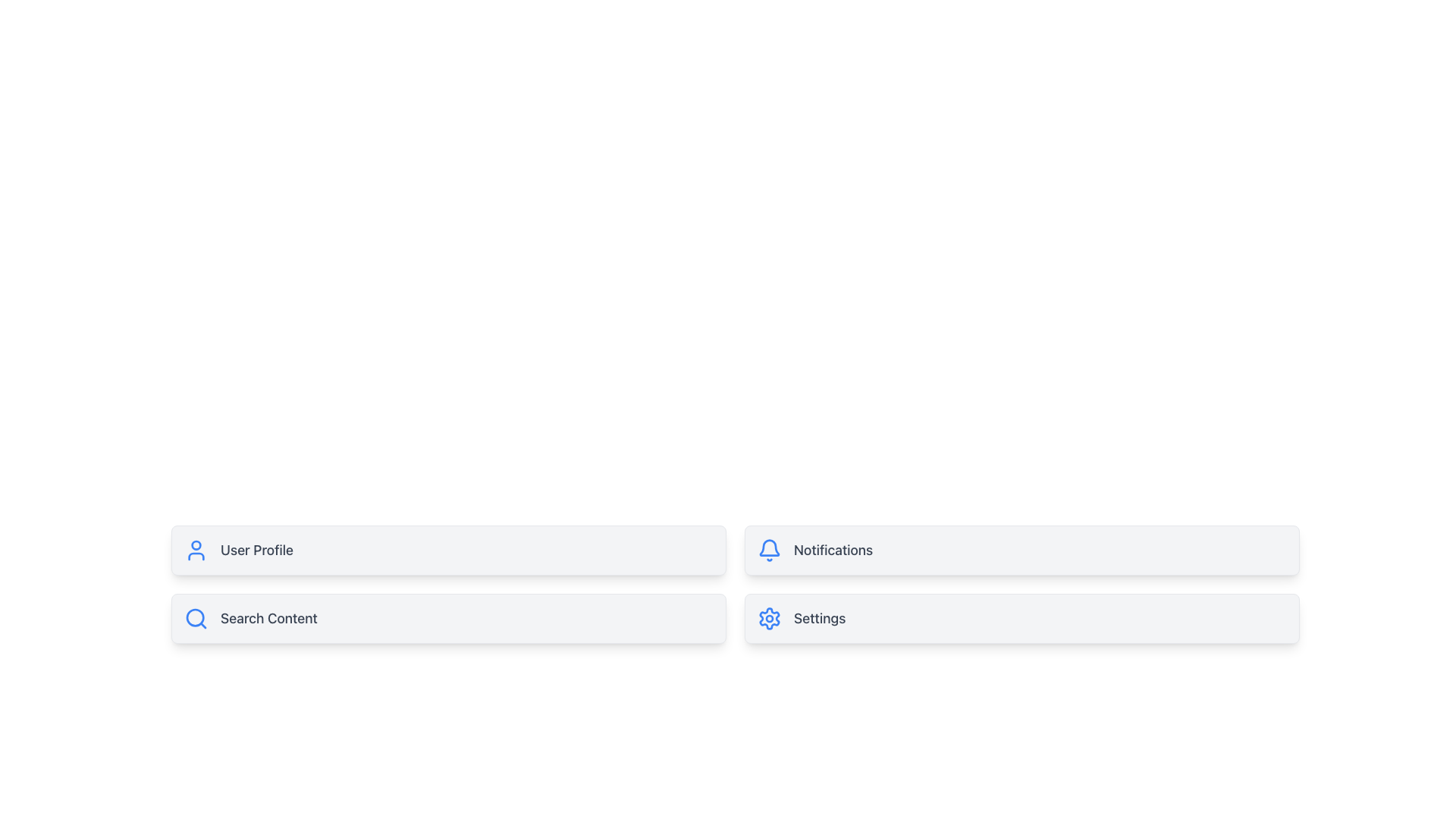 The height and width of the screenshot is (819, 1456). I want to click on the small circular part of the magnifying glass icon, which is the central lens of the search icon located second from the left in the lower-left card labeled 'Search Content', so click(194, 617).